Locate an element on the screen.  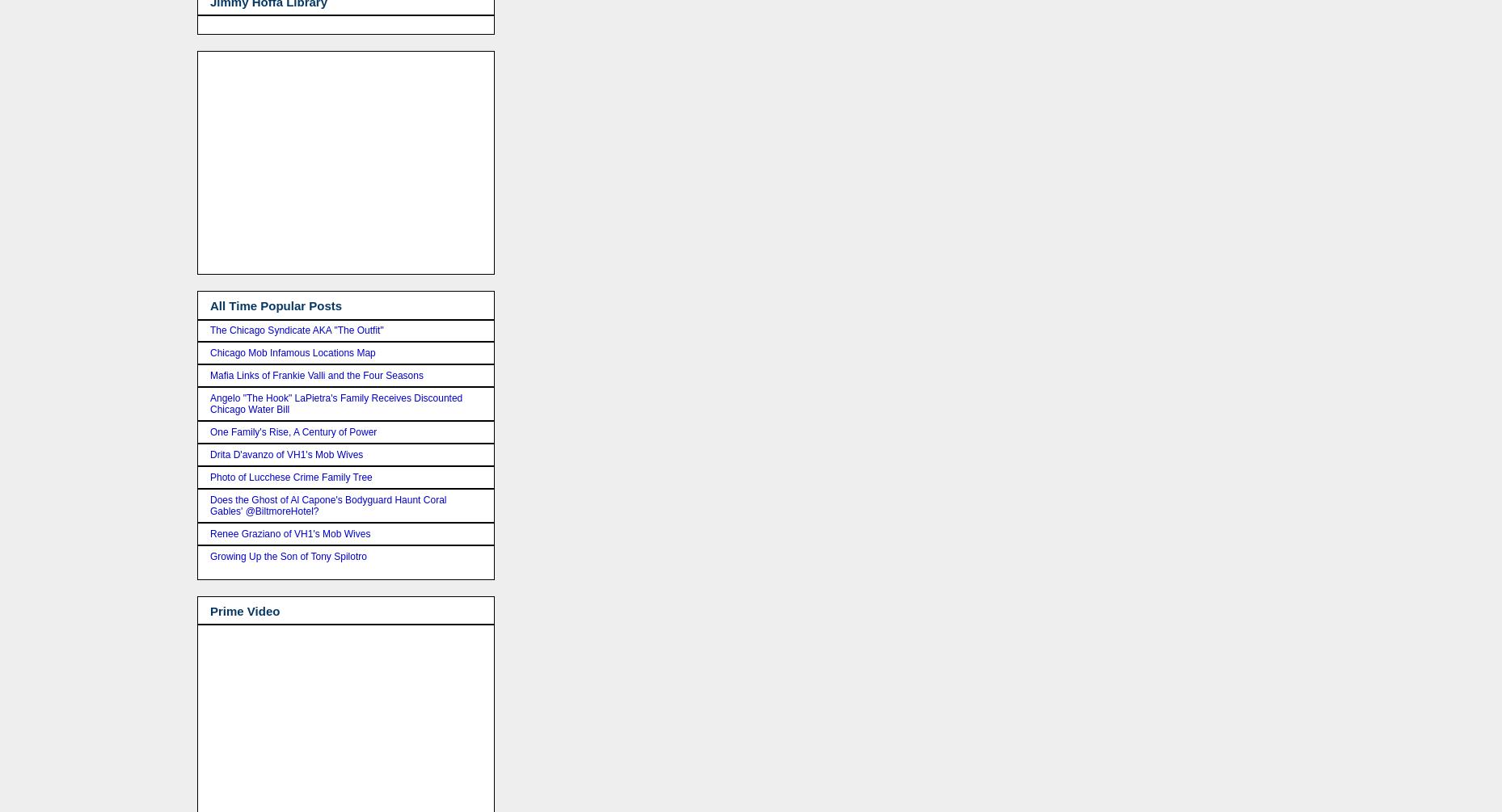
'Photo of Lucchese Crime Family Tree' is located at coordinates (209, 476).